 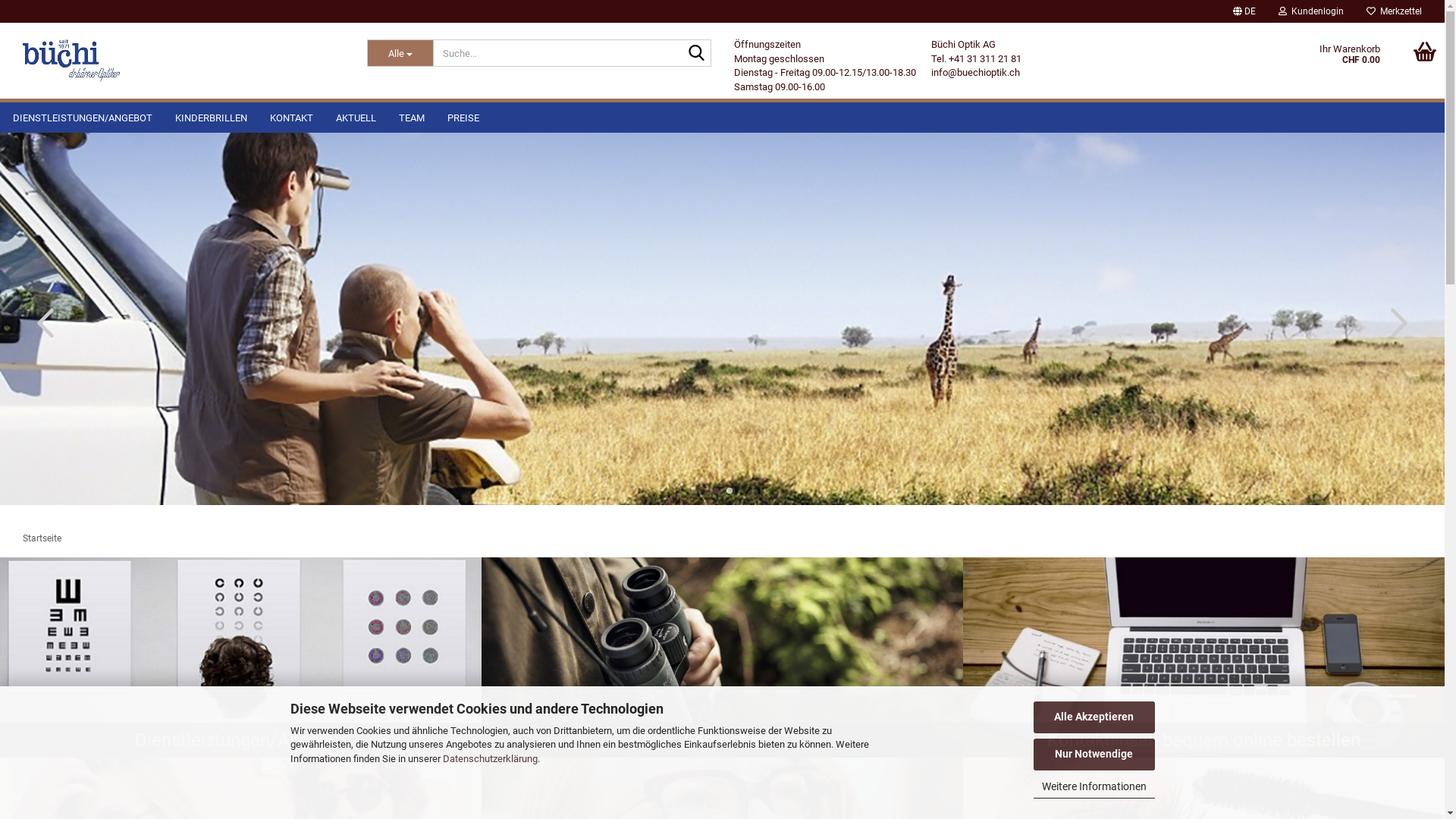 What do you see at coordinates (164, 116) in the screenshot?
I see `'KINDERBRILLEN'` at bounding box center [164, 116].